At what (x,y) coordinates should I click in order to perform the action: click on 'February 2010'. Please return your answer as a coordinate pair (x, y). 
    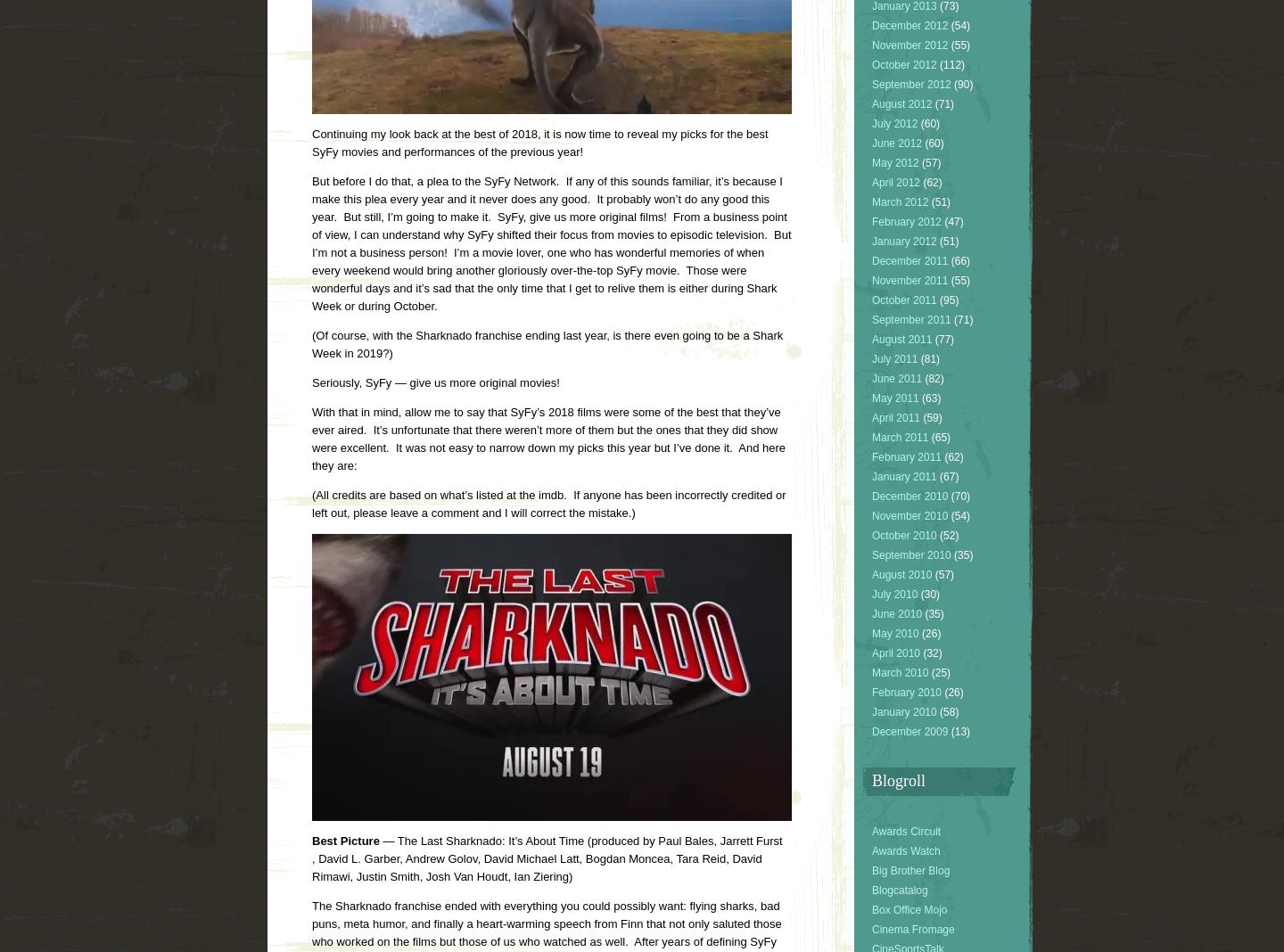
    Looking at the image, I should click on (871, 692).